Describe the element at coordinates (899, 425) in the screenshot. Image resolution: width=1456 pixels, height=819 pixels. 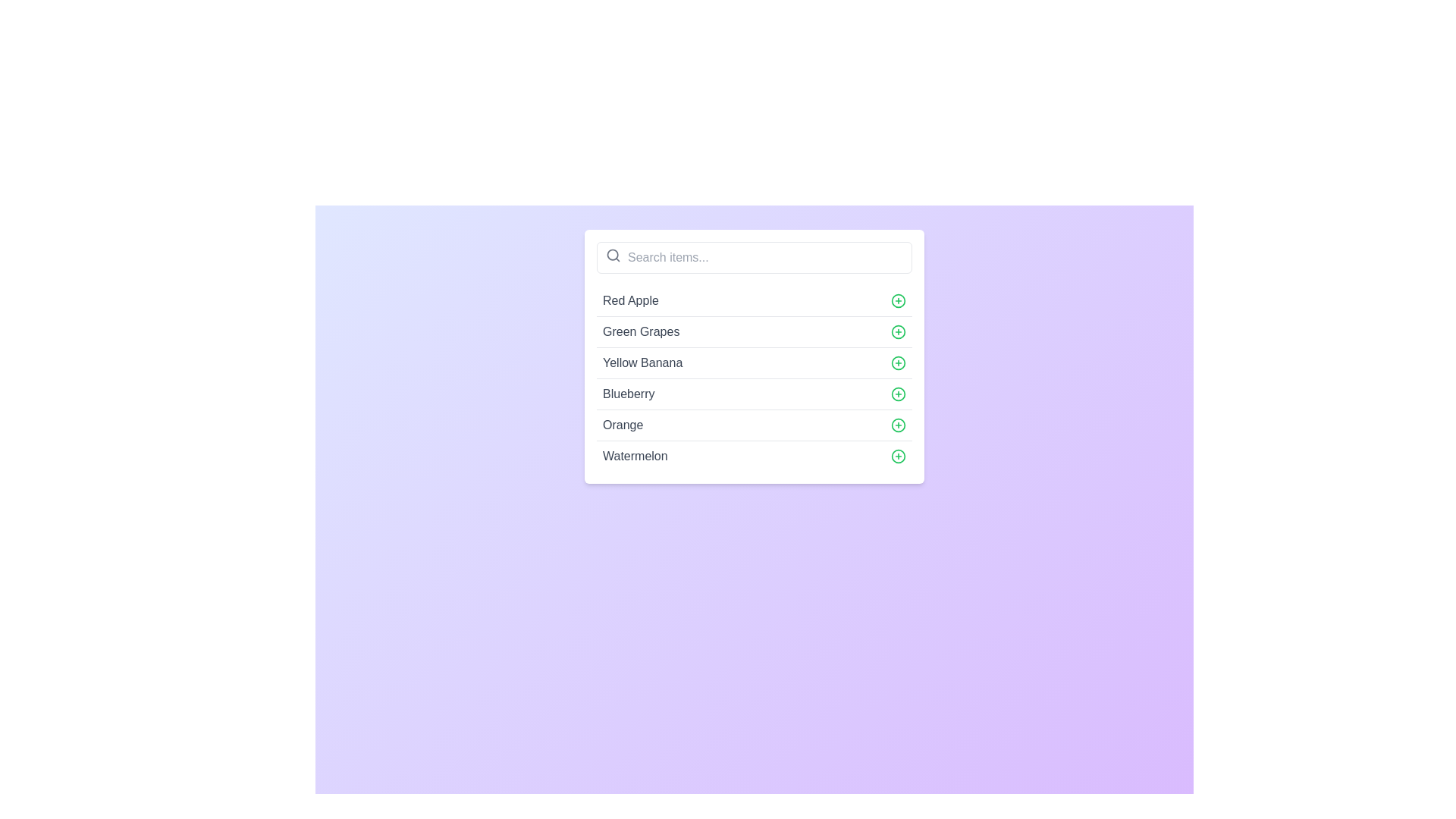
I see `the green circled plus icon button located in the fifth row of the item list next to the text 'Orange'` at that location.